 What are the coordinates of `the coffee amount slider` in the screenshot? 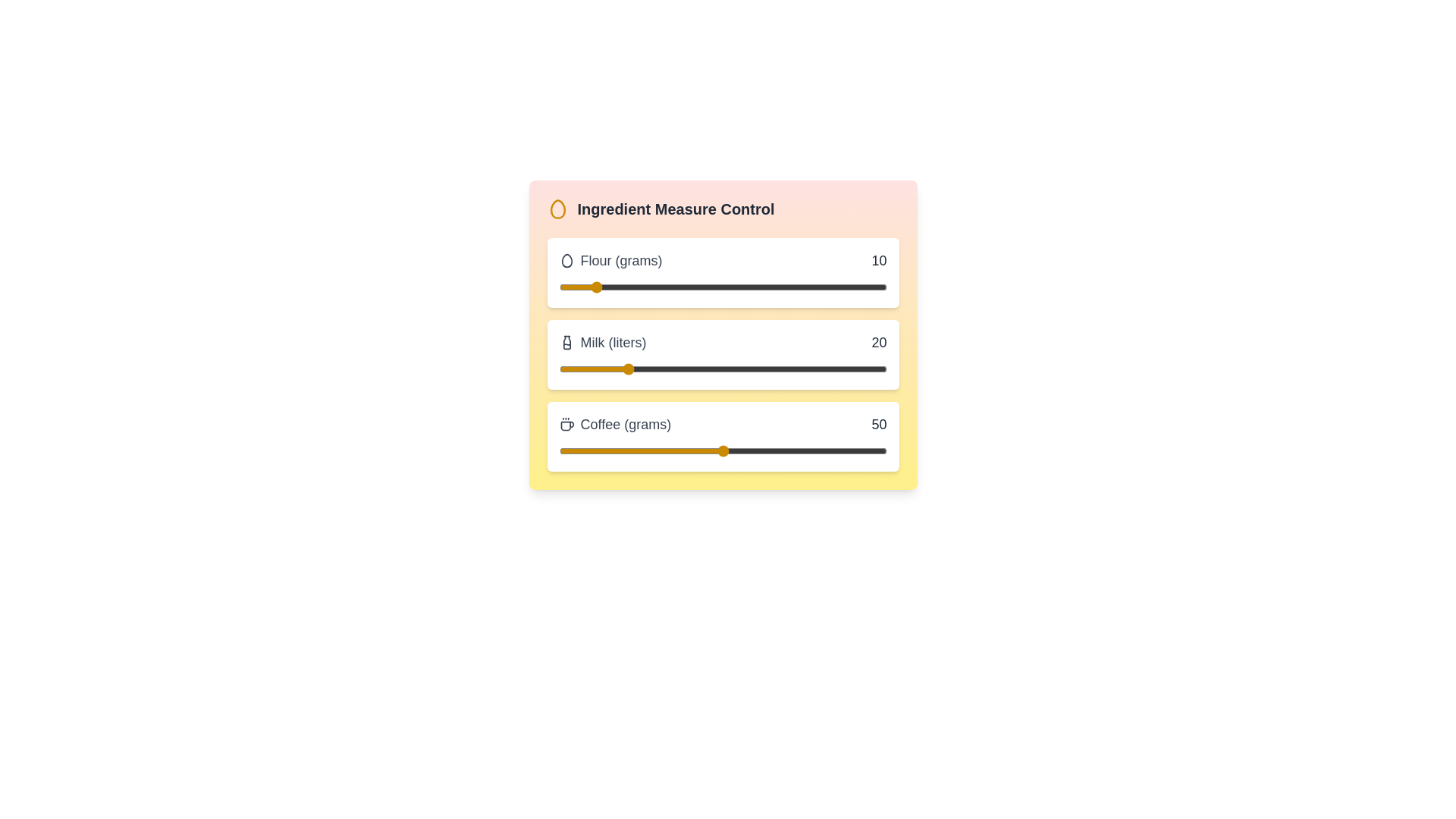 It's located at (644, 450).